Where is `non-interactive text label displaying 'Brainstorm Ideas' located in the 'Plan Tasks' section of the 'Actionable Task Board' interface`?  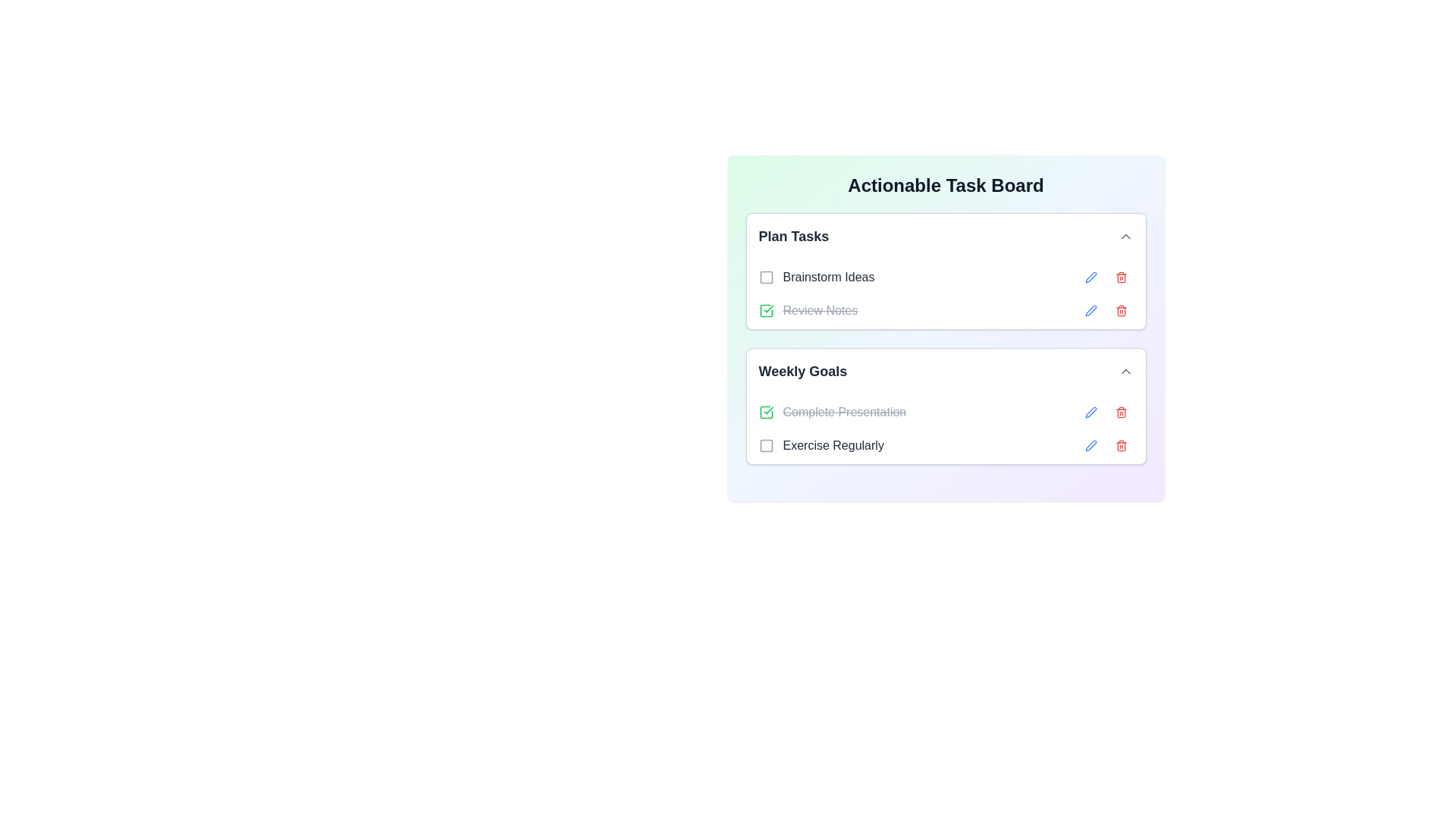 non-interactive text label displaying 'Brainstorm Ideas' located in the 'Plan Tasks' section of the 'Actionable Task Board' interface is located at coordinates (828, 278).